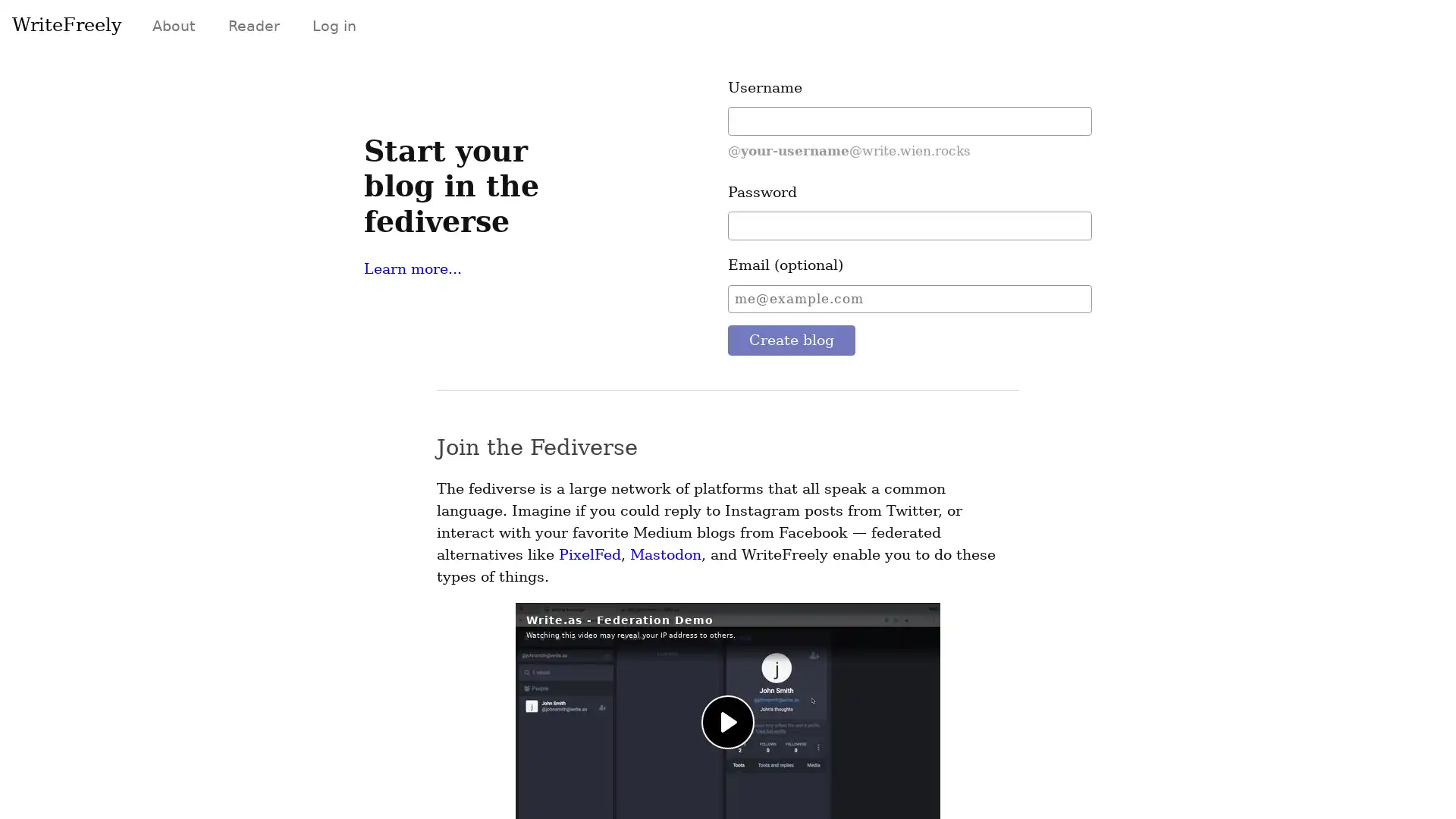 This screenshot has width=1456, height=819. What do you see at coordinates (791, 341) in the screenshot?
I see `Create blog` at bounding box center [791, 341].